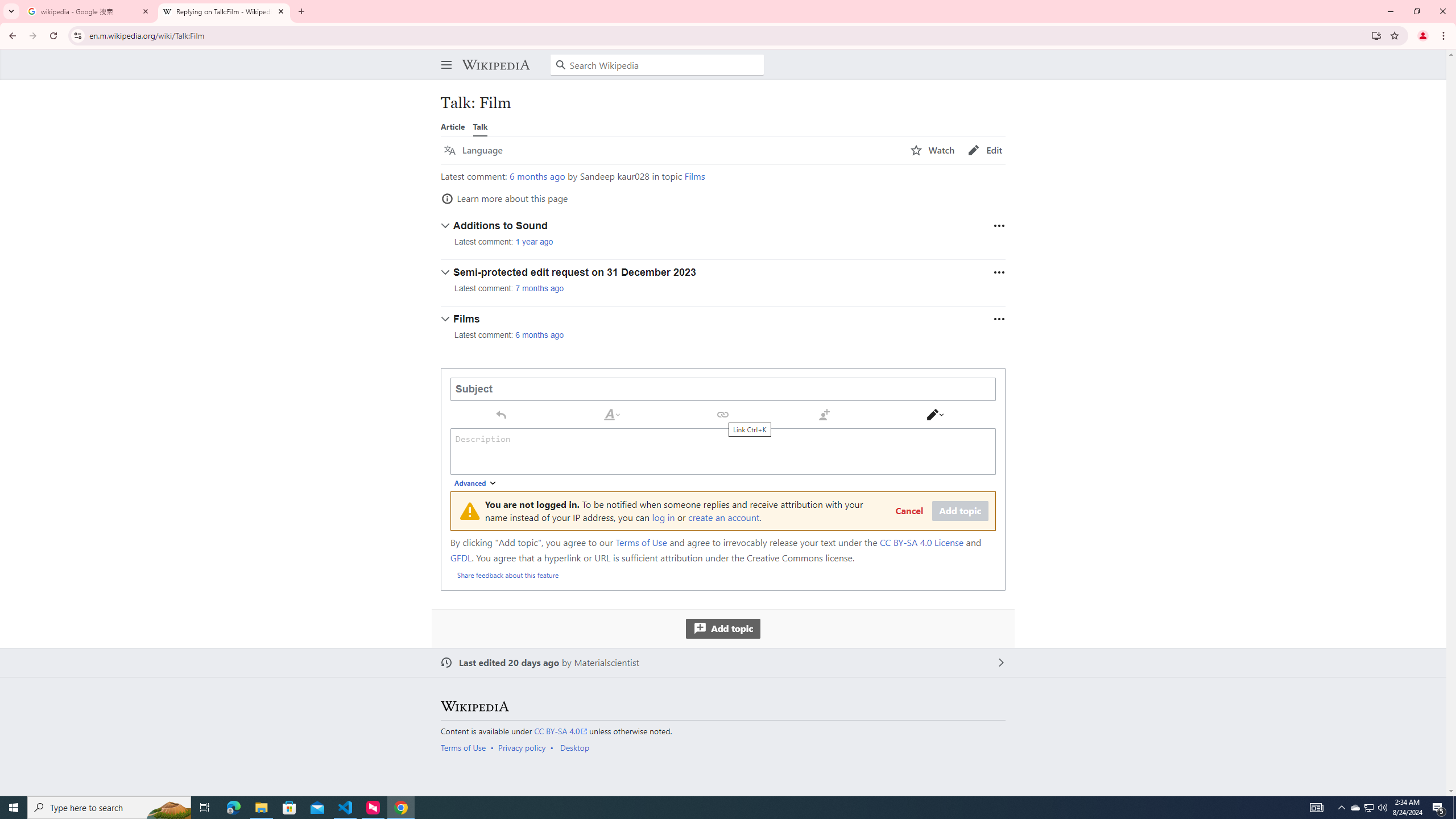 The image size is (1456, 819). Describe the element at coordinates (985, 150) in the screenshot. I see `'AutomationID: page-actions-edit'` at that location.